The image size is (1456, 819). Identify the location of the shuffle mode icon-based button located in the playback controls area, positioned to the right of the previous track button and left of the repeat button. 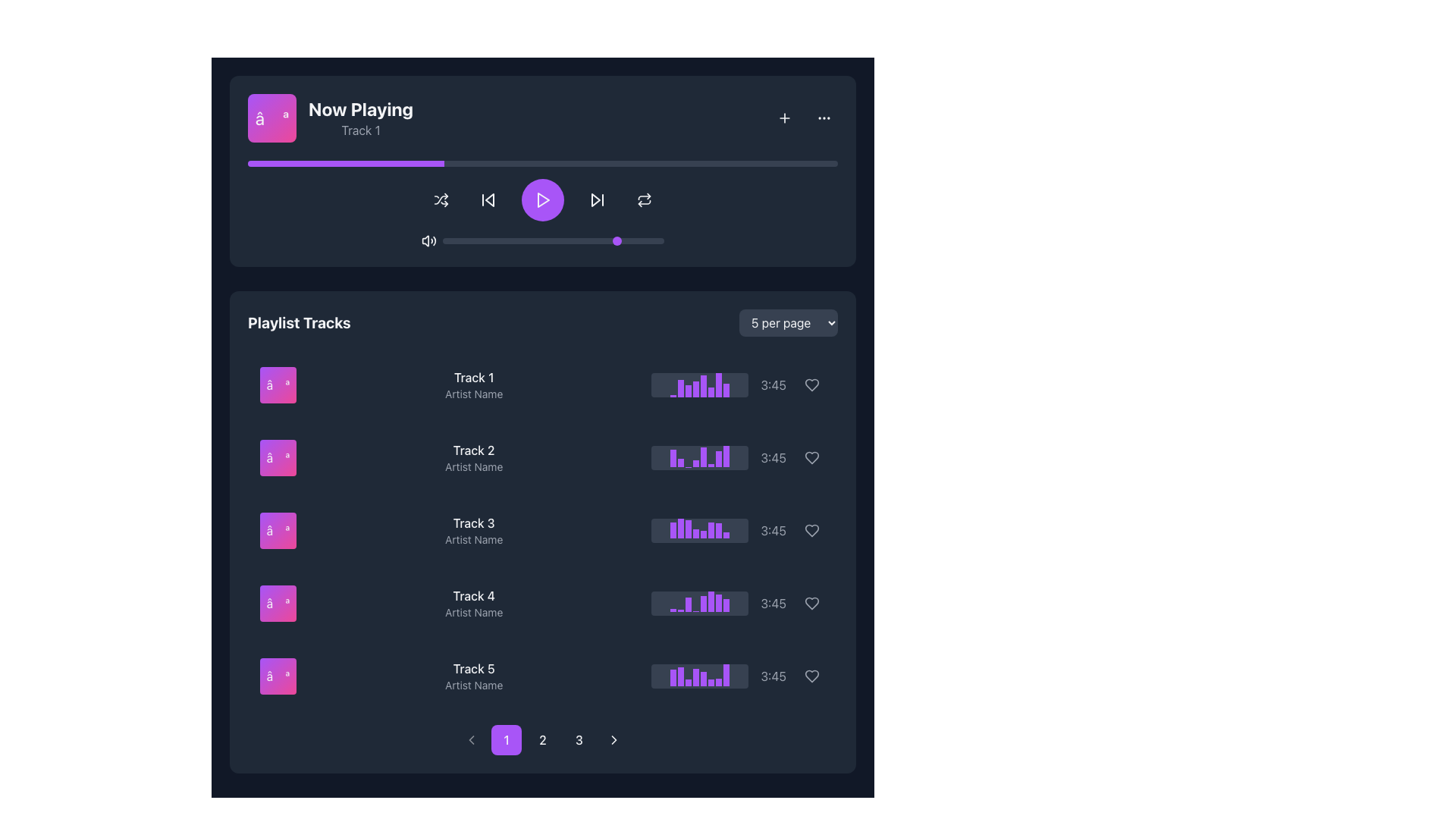
(440, 199).